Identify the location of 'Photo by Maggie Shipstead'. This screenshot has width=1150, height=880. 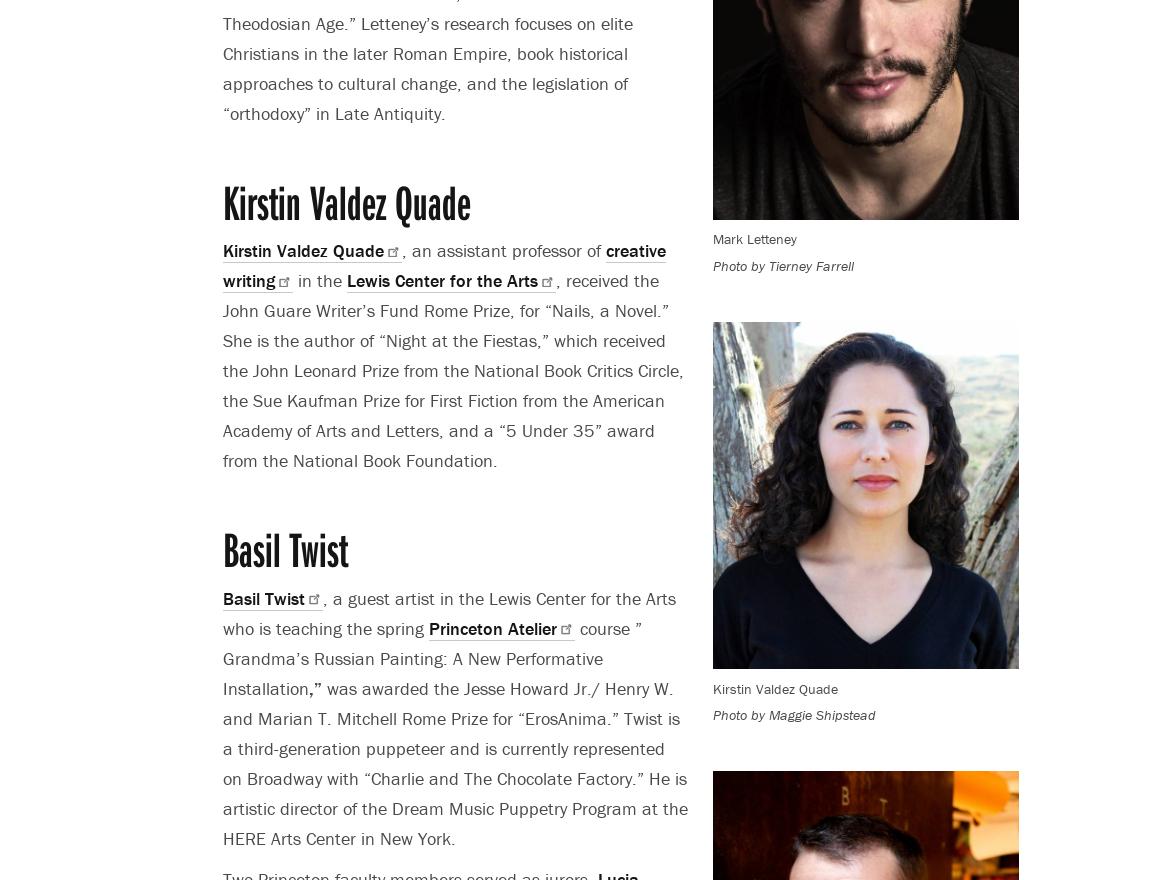
(792, 715).